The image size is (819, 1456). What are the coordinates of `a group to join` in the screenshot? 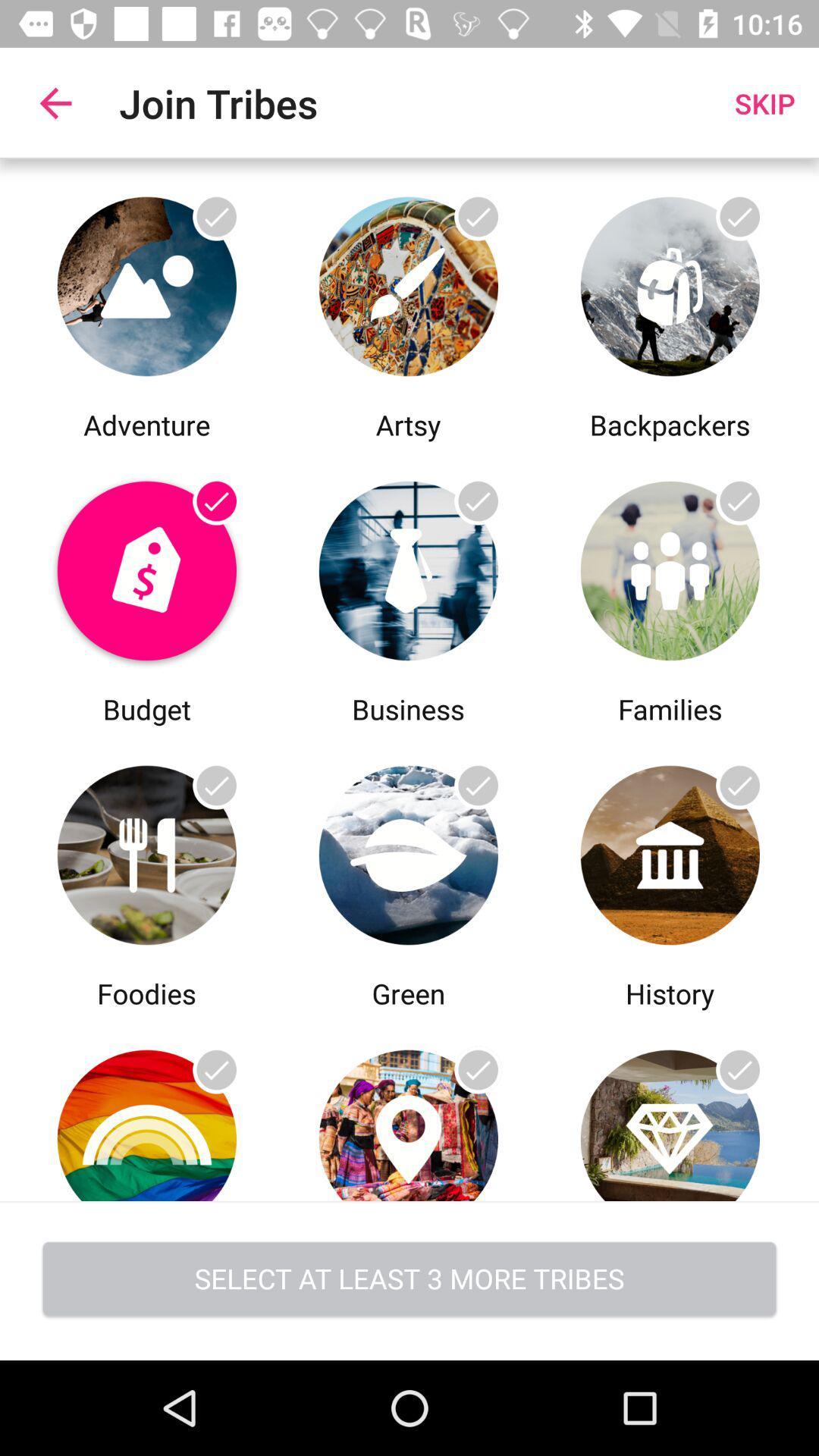 It's located at (407, 851).